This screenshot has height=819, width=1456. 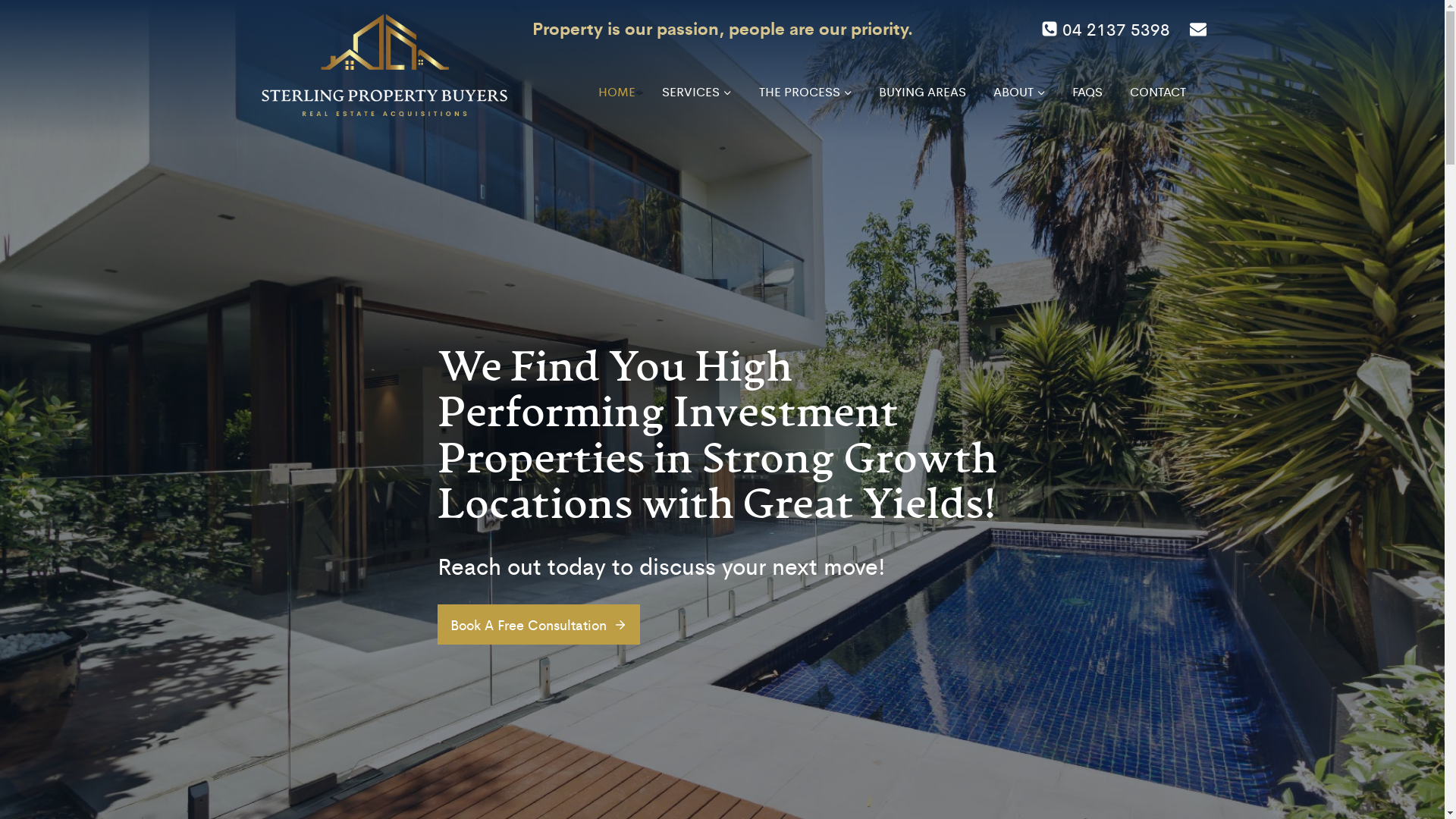 I want to click on 'Book A Free Consultation', so click(x=538, y=624).